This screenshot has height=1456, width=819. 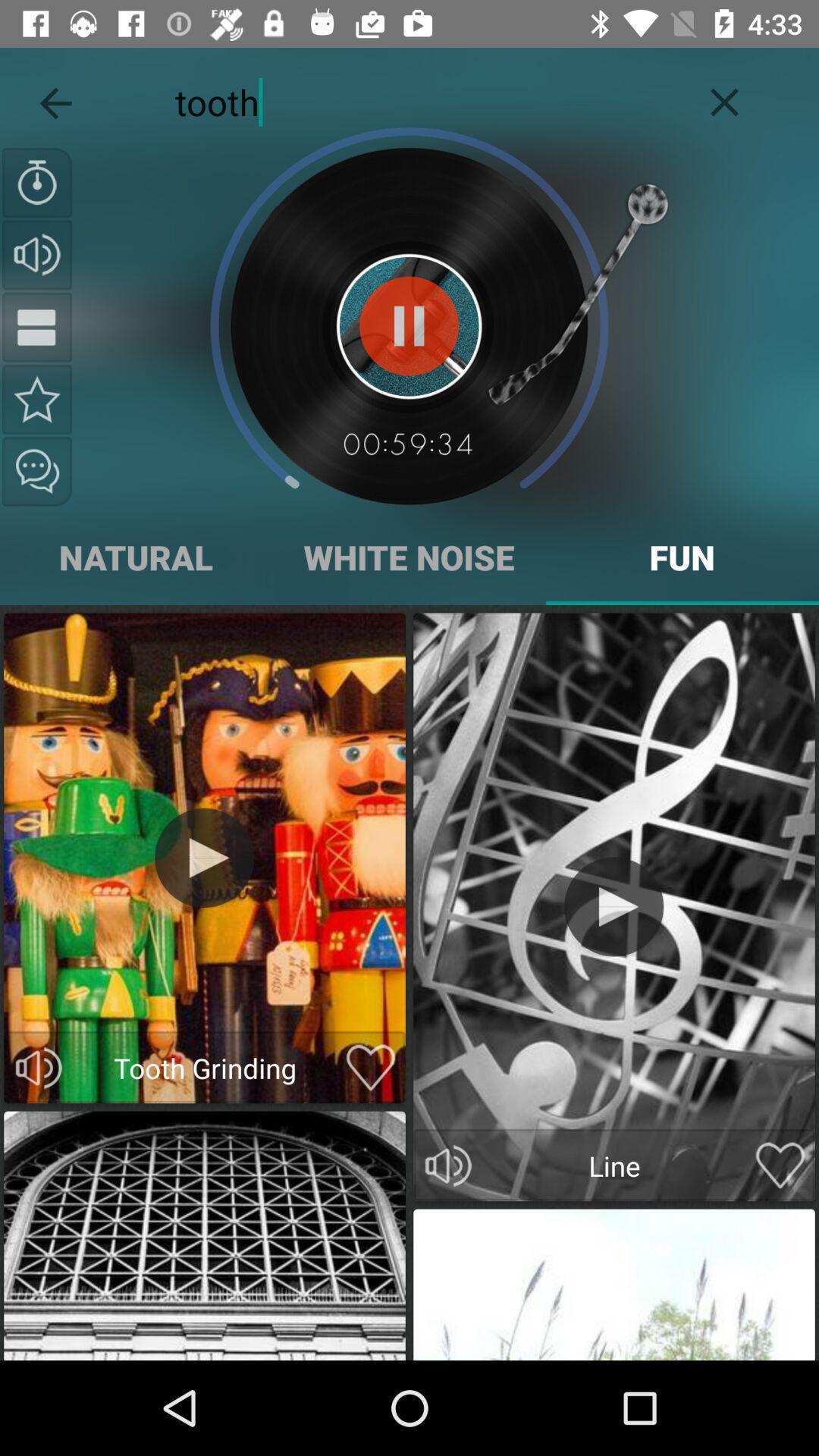 What do you see at coordinates (371, 1067) in the screenshot?
I see `love post button` at bounding box center [371, 1067].